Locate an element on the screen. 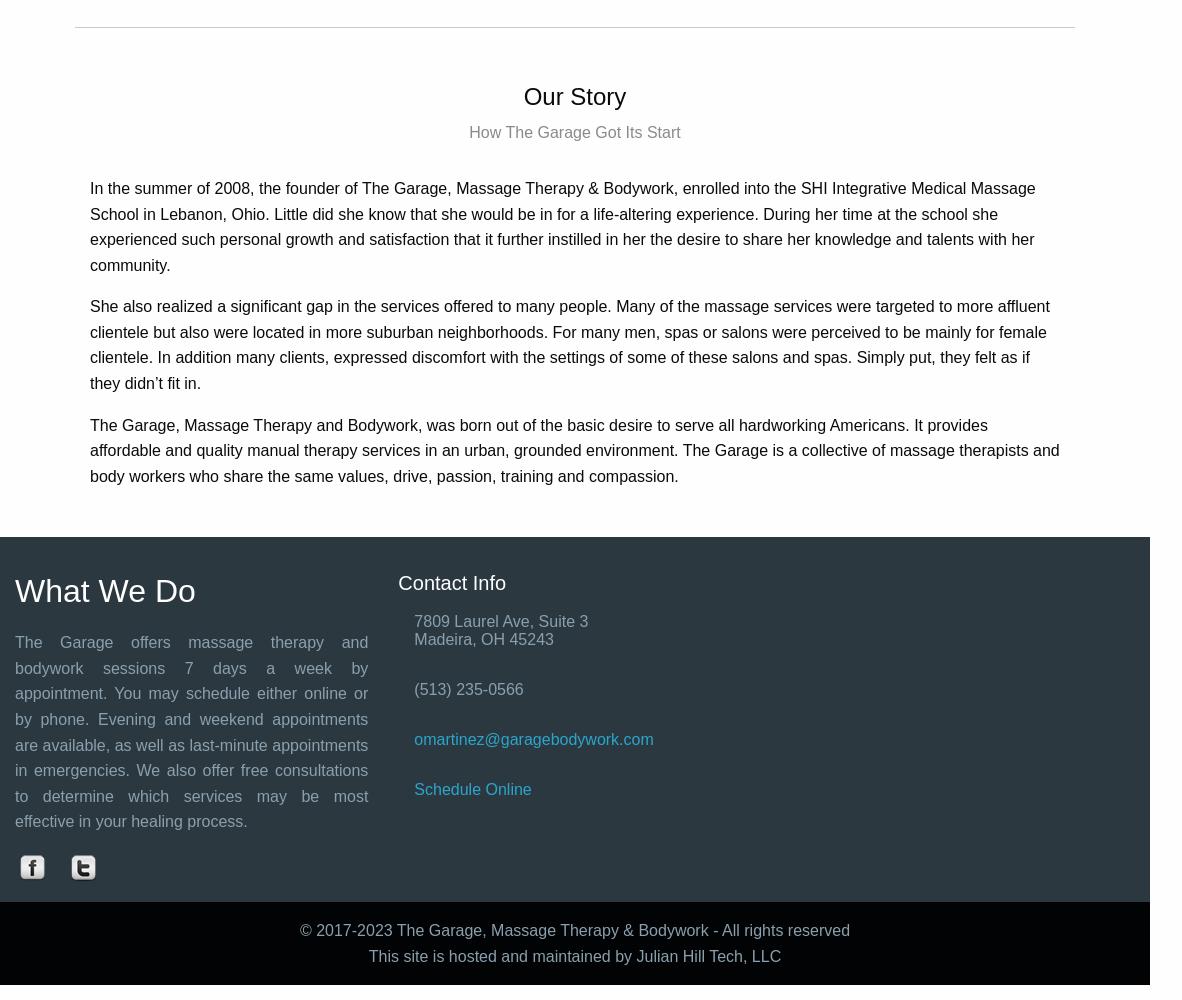  '© 2017-2023 The Garage, Massage Therapy & Bodywork - All rights reserved' is located at coordinates (574, 929).